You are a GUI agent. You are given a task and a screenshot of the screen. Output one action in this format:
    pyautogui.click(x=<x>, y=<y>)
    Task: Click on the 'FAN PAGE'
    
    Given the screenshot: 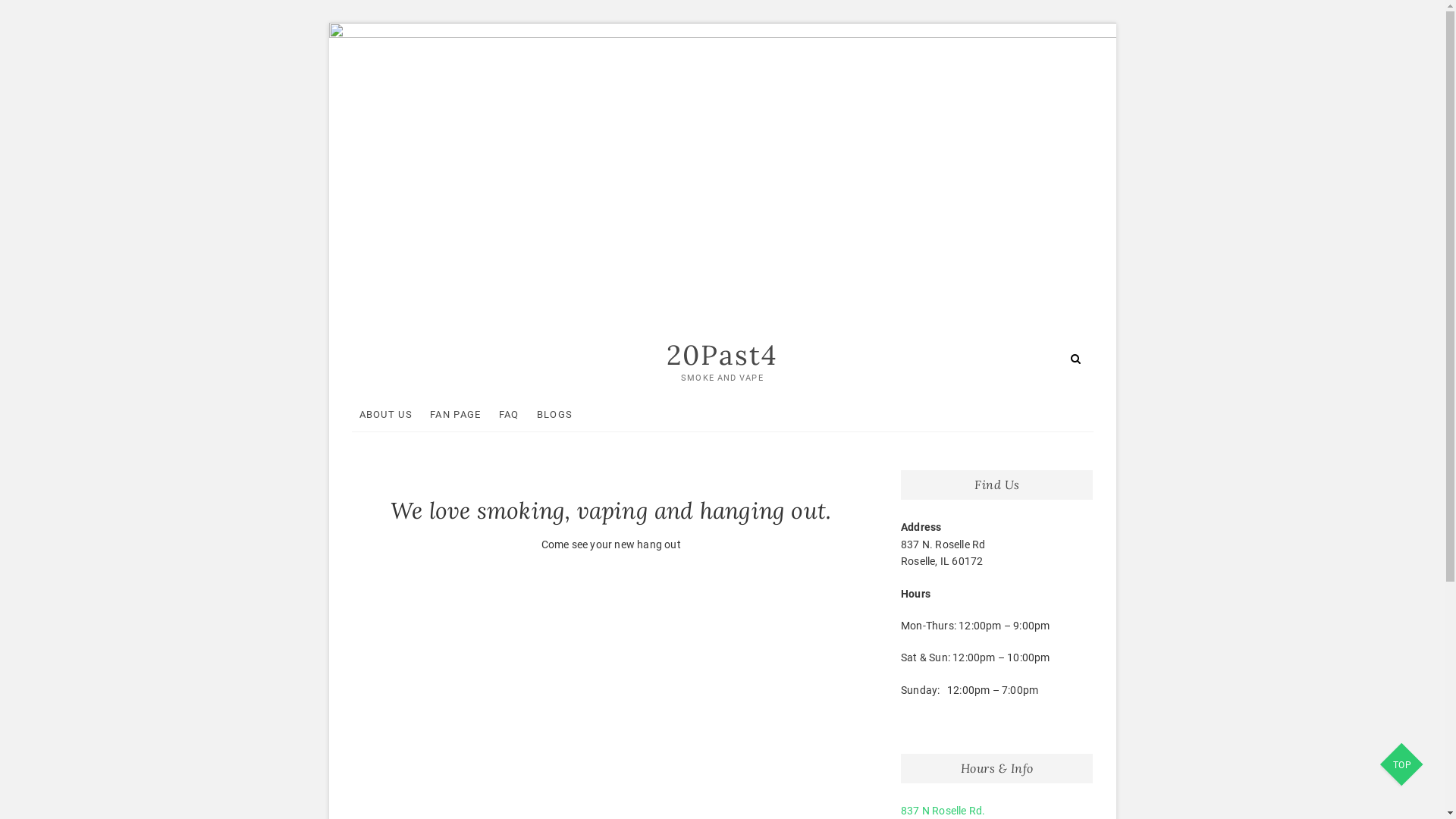 What is the action you would take?
    pyautogui.click(x=454, y=414)
    